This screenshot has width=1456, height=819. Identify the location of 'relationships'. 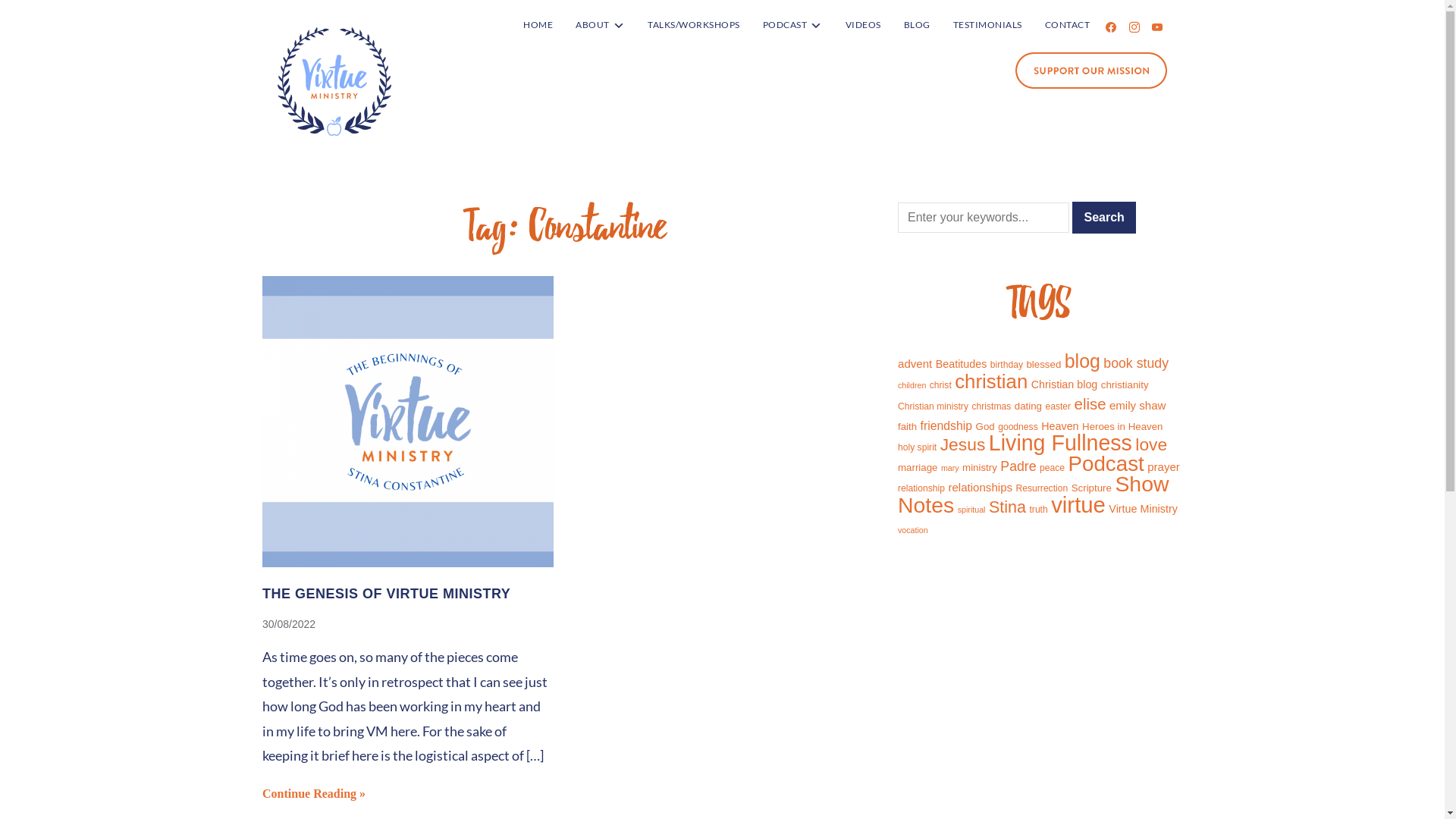
(980, 487).